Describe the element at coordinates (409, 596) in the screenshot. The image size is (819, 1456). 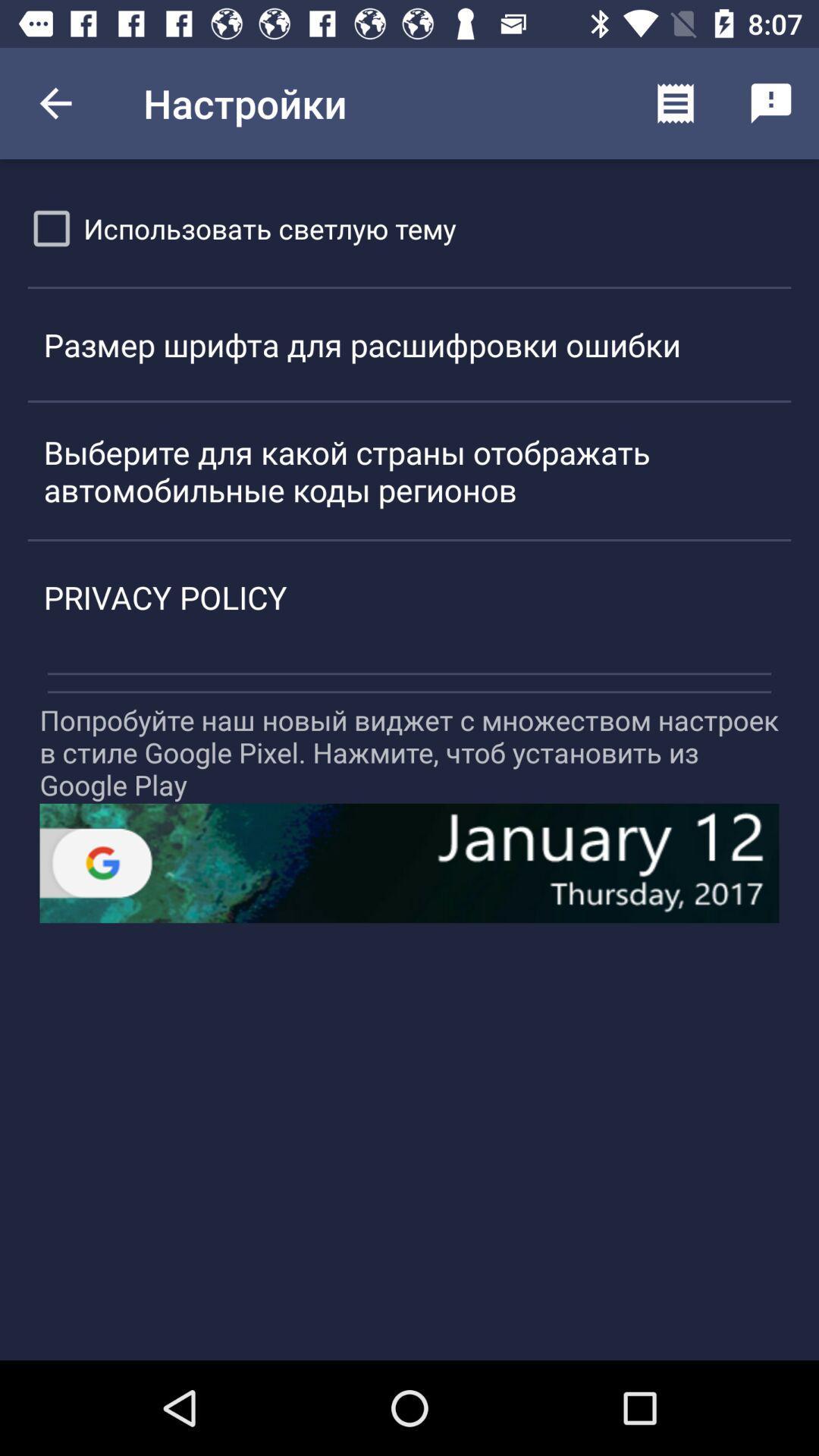
I see `the privacy policy icon` at that location.